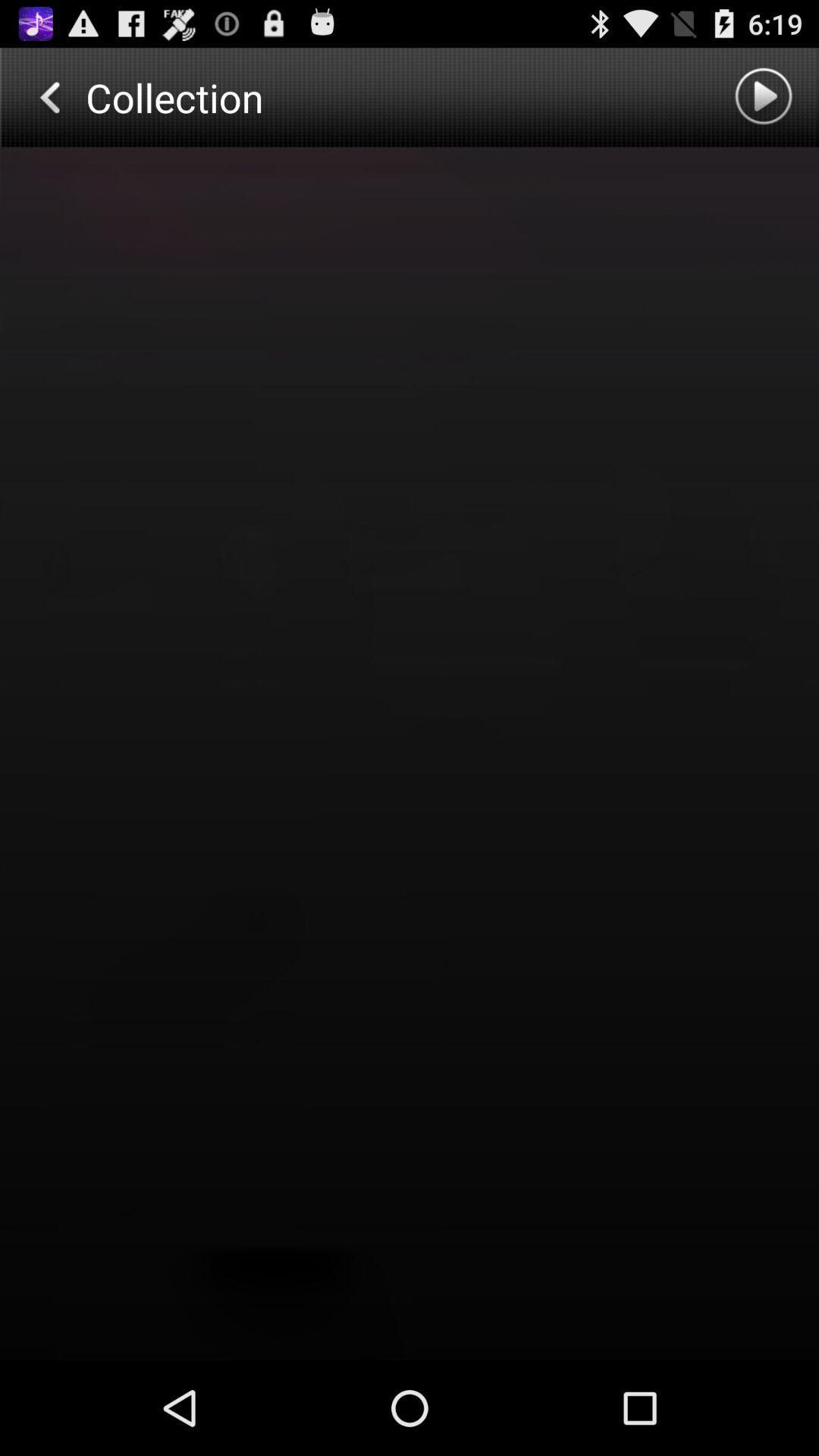 Image resolution: width=819 pixels, height=1456 pixels. I want to click on here is your collection, so click(409, 754).